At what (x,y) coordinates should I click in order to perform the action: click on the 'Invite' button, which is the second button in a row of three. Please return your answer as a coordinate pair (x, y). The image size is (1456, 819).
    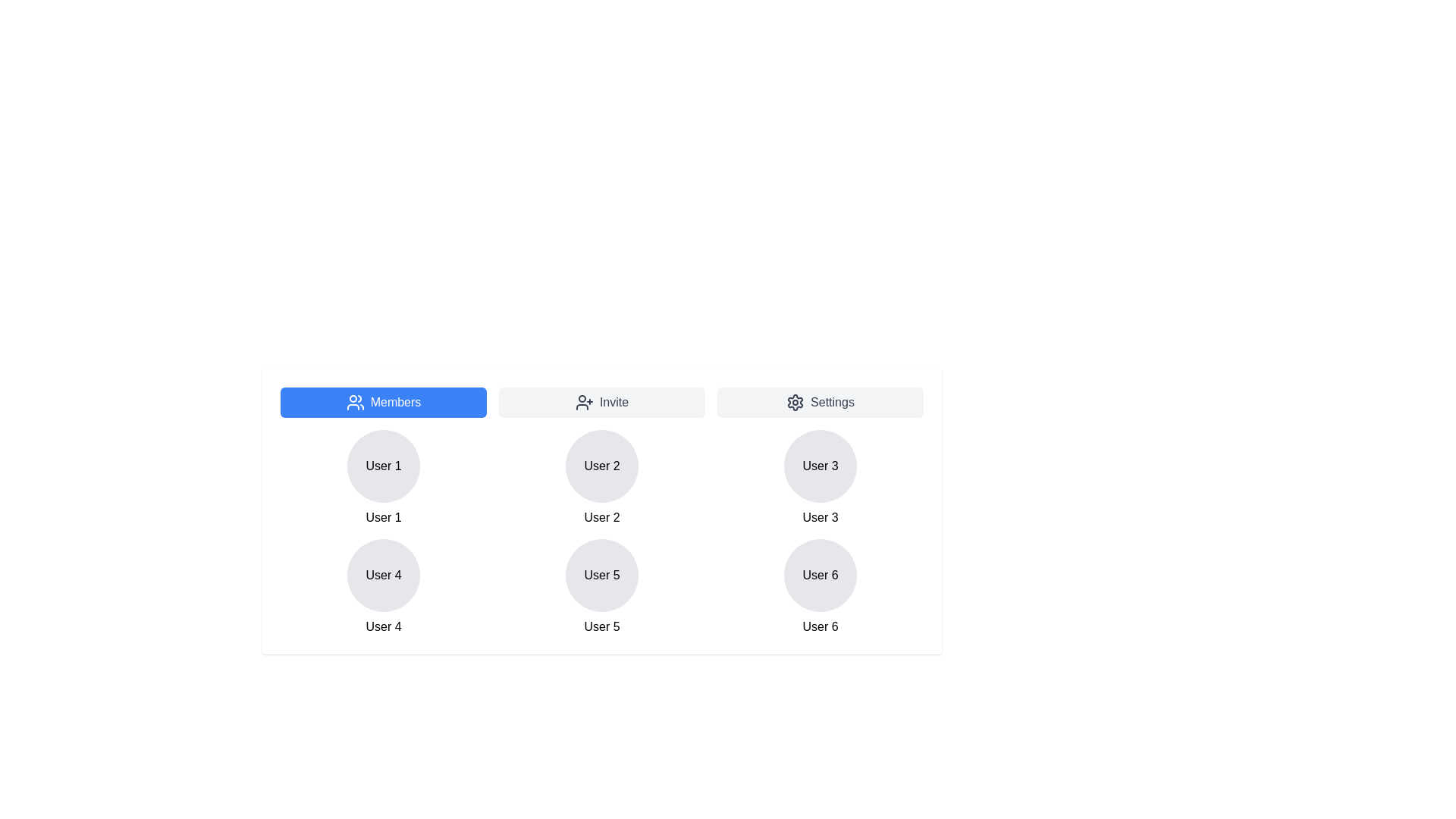
    Looking at the image, I should click on (601, 402).